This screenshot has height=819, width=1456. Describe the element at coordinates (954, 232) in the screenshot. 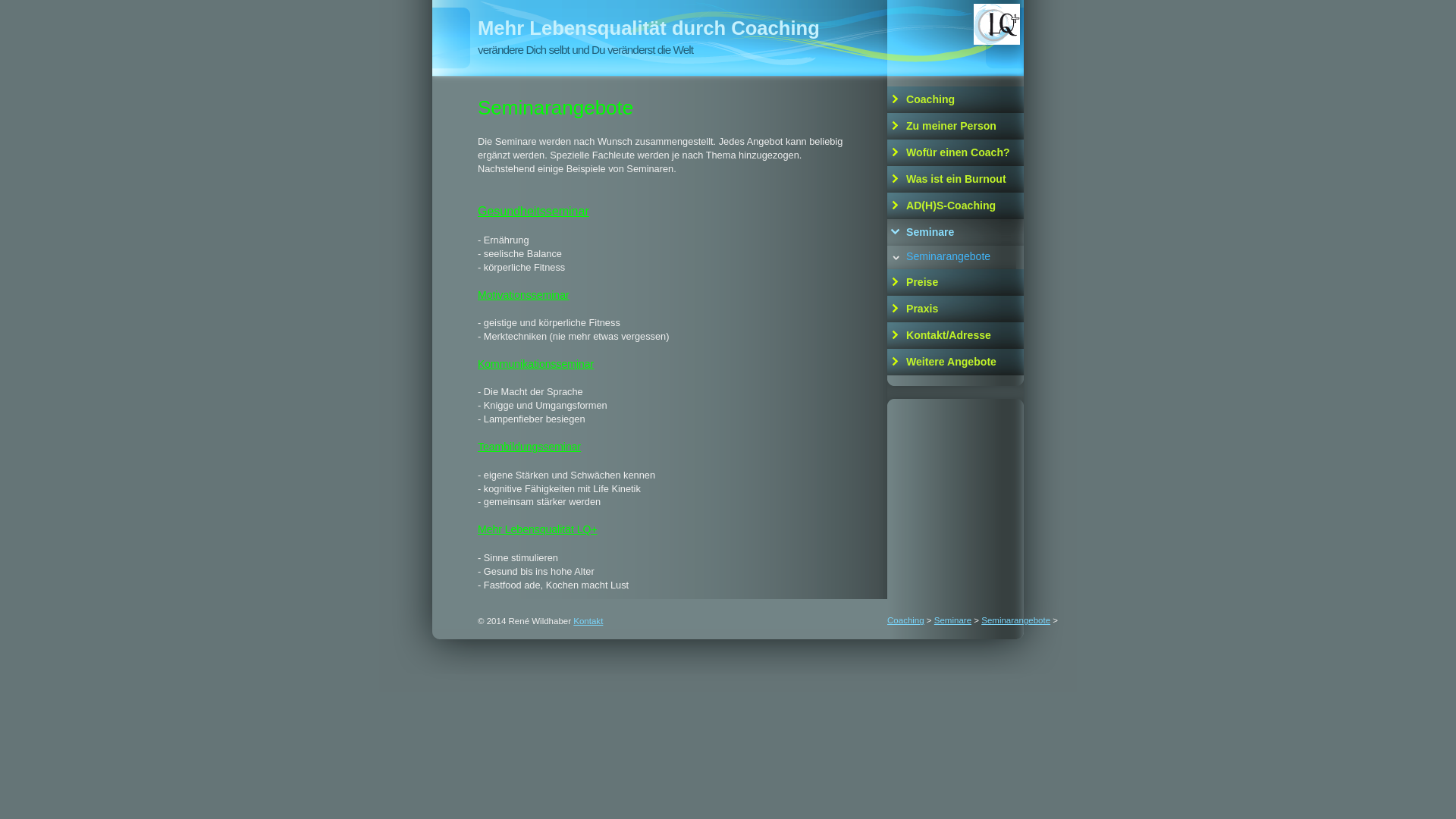

I see `'Seminare'` at that location.